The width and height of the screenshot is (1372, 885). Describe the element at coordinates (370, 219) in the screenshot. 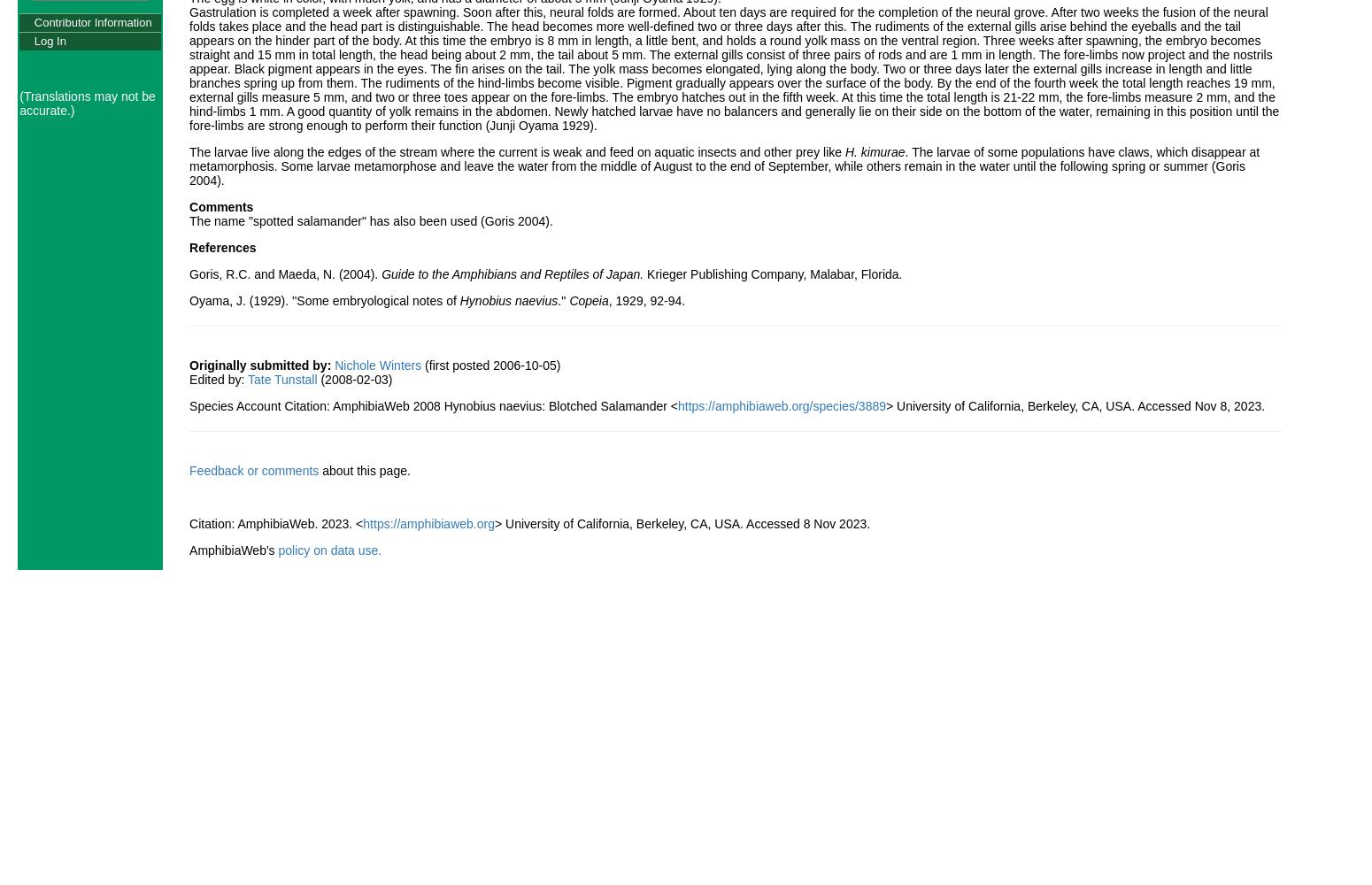

I see `'The name "spotted salamander" has also been used (Goris 2004).'` at that location.